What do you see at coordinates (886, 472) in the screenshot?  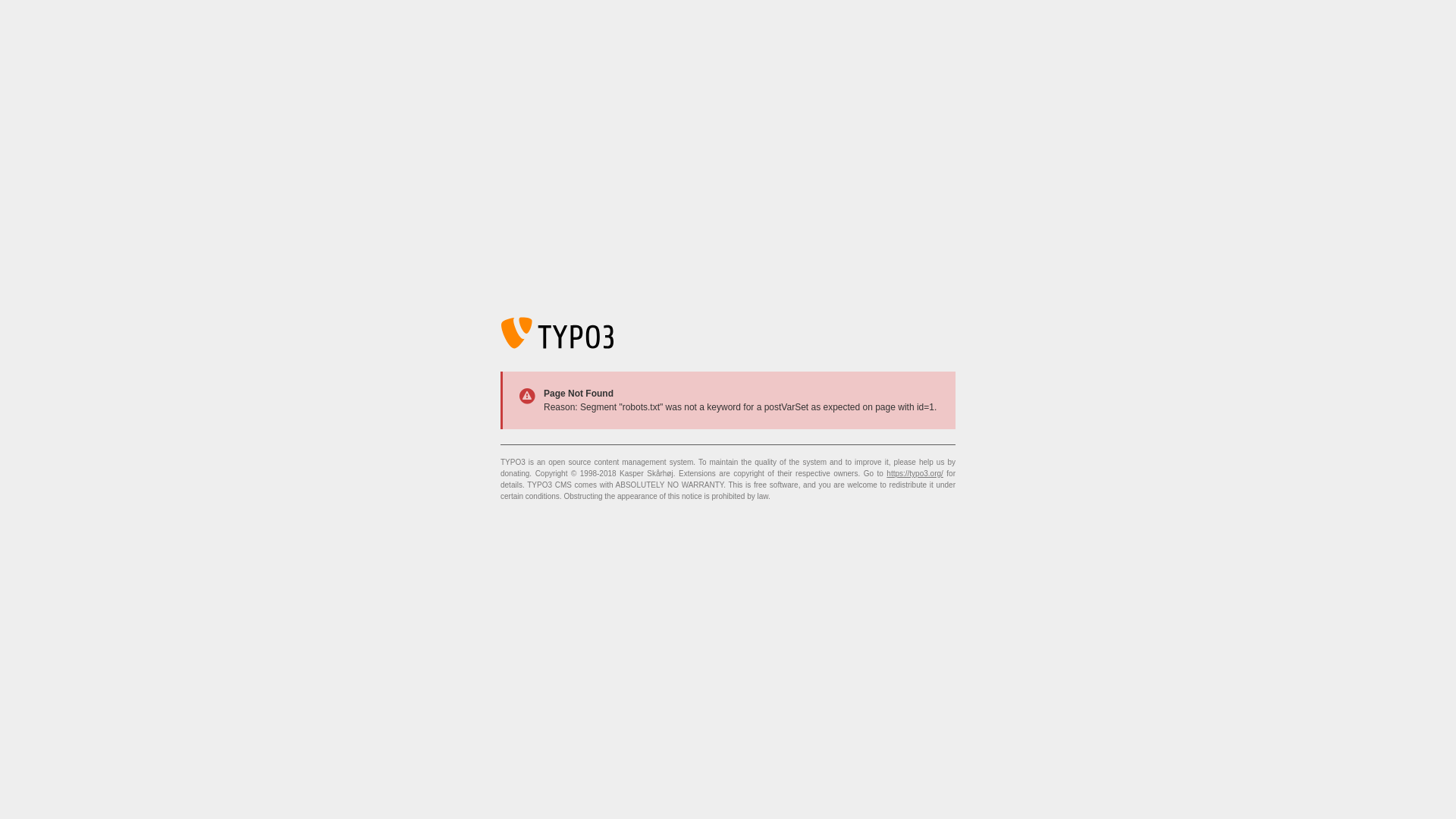 I see `'https://typo3.org/'` at bounding box center [886, 472].